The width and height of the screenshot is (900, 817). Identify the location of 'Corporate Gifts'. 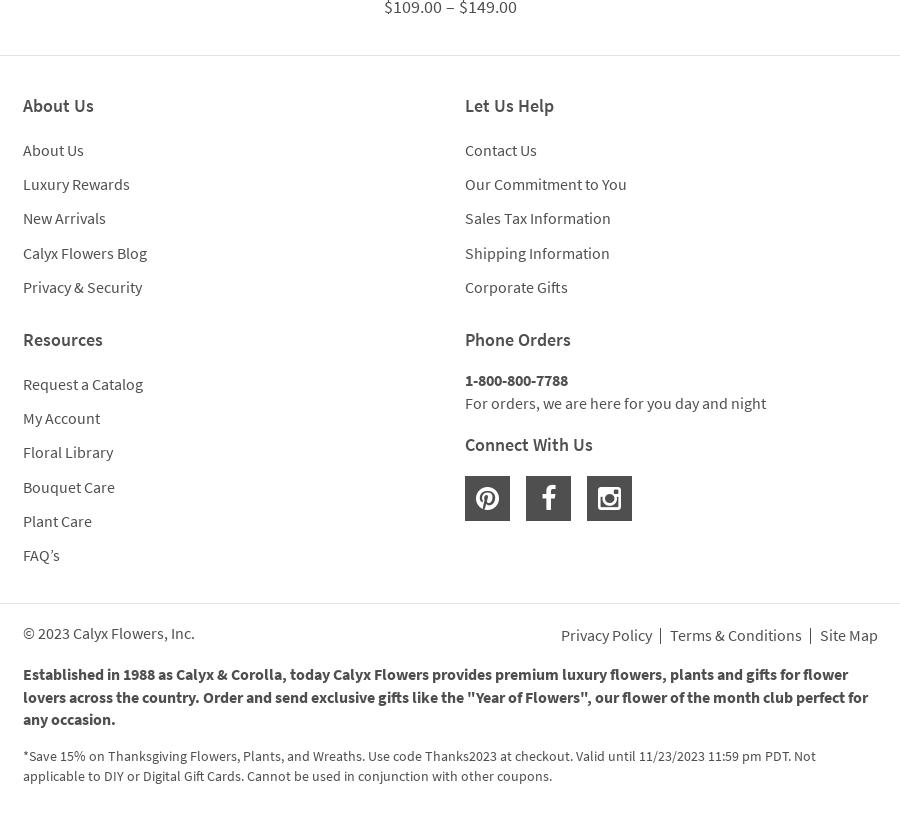
(515, 286).